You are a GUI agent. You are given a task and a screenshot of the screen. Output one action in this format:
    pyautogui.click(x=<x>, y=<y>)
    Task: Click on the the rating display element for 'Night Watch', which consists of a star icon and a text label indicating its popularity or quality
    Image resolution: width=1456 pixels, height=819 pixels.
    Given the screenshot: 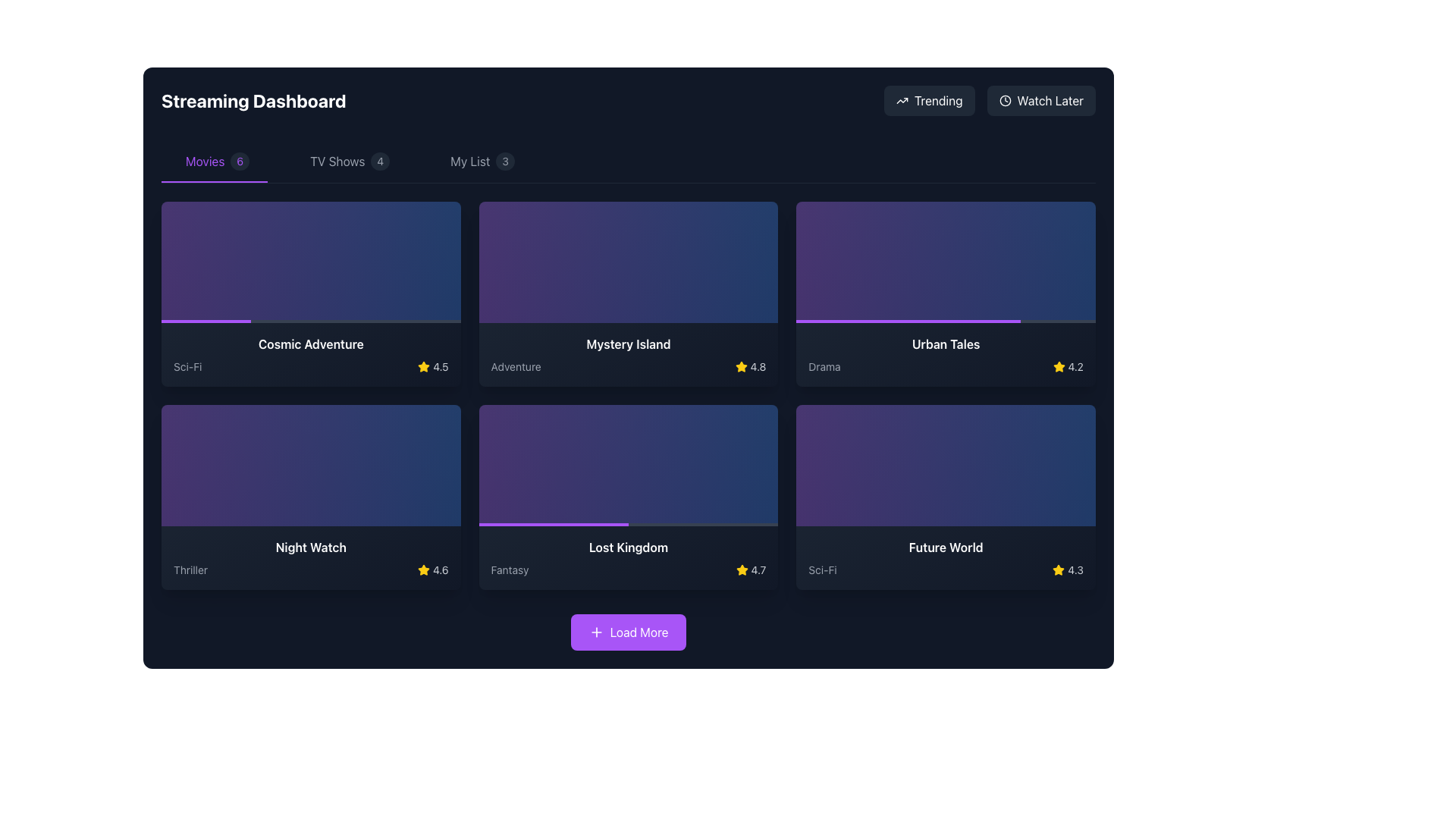 What is the action you would take?
    pyautogui.click(x=432, y=570)
    